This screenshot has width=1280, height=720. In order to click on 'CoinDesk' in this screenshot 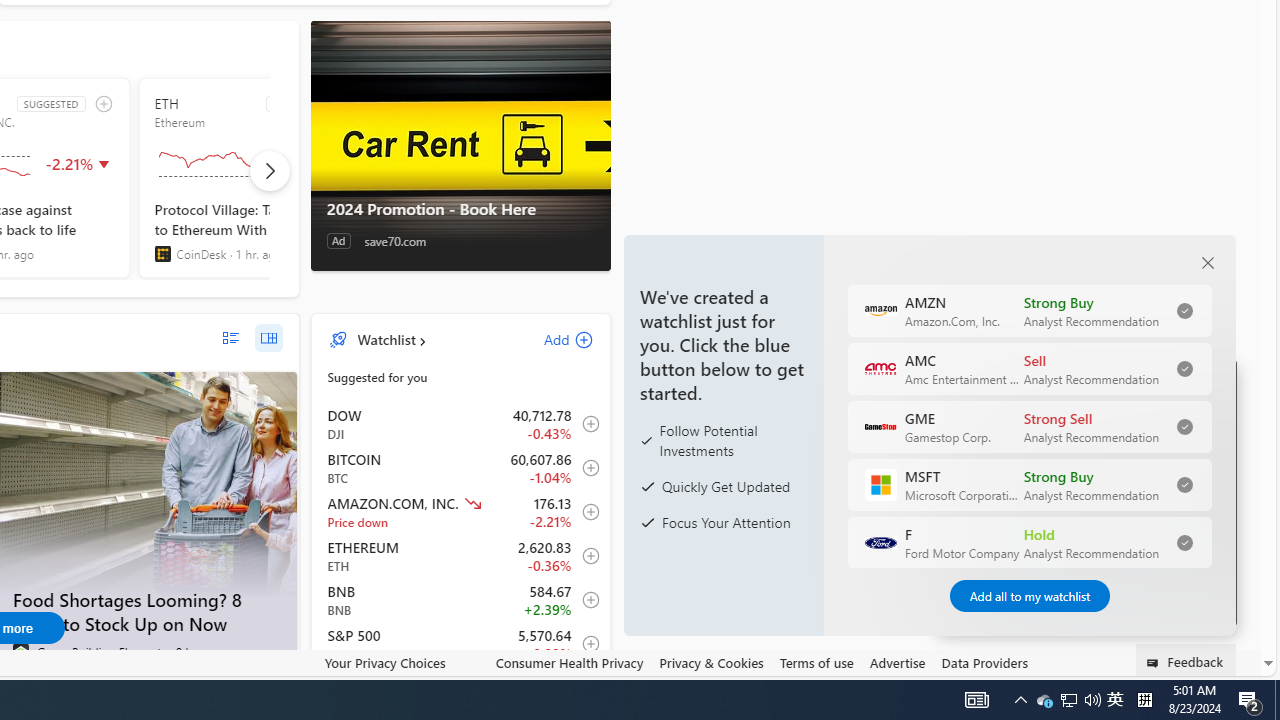, I will do `click(162, 253)`.